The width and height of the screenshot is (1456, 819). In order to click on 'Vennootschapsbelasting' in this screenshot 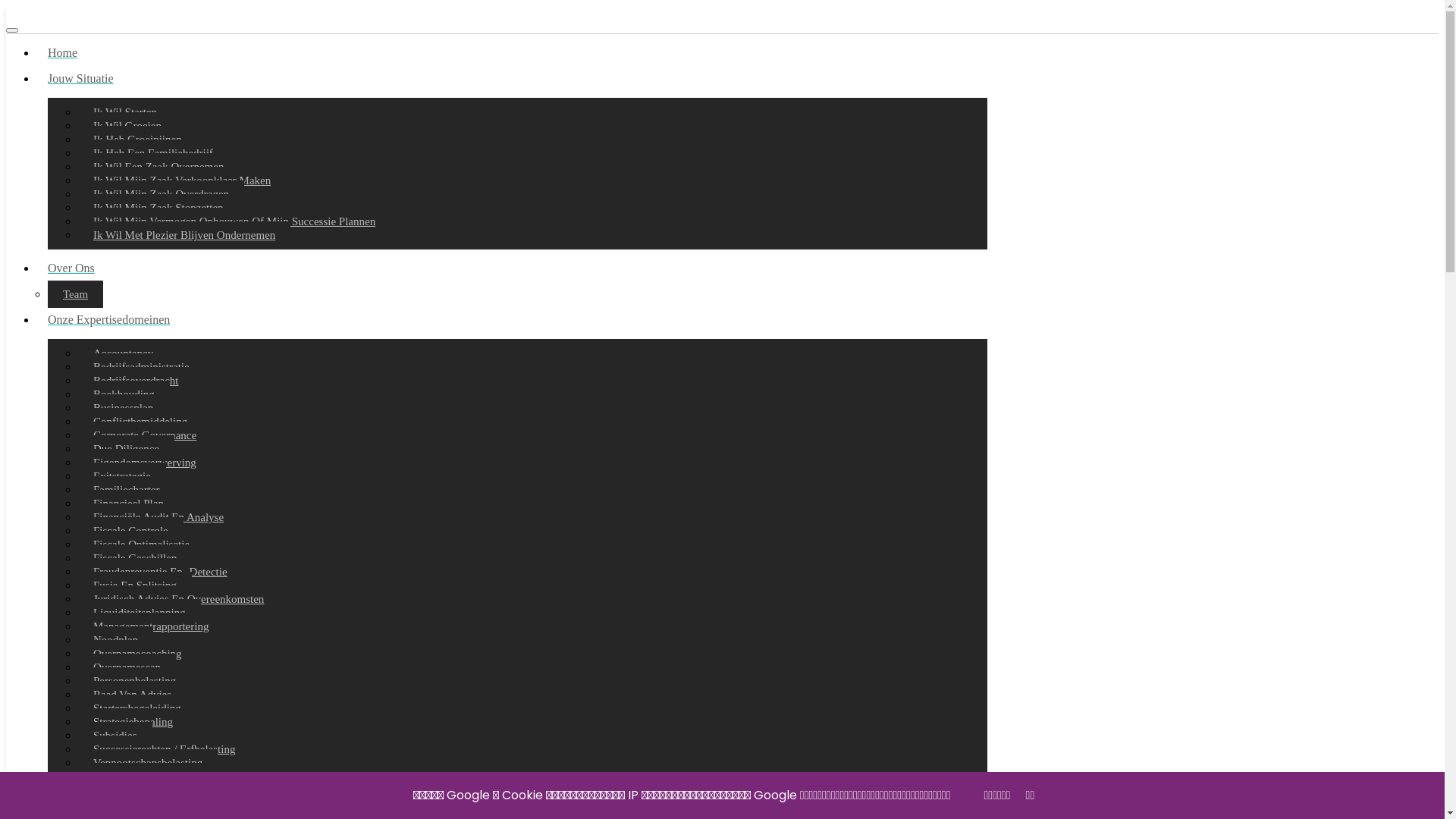, I will do `click(148, 763)`.